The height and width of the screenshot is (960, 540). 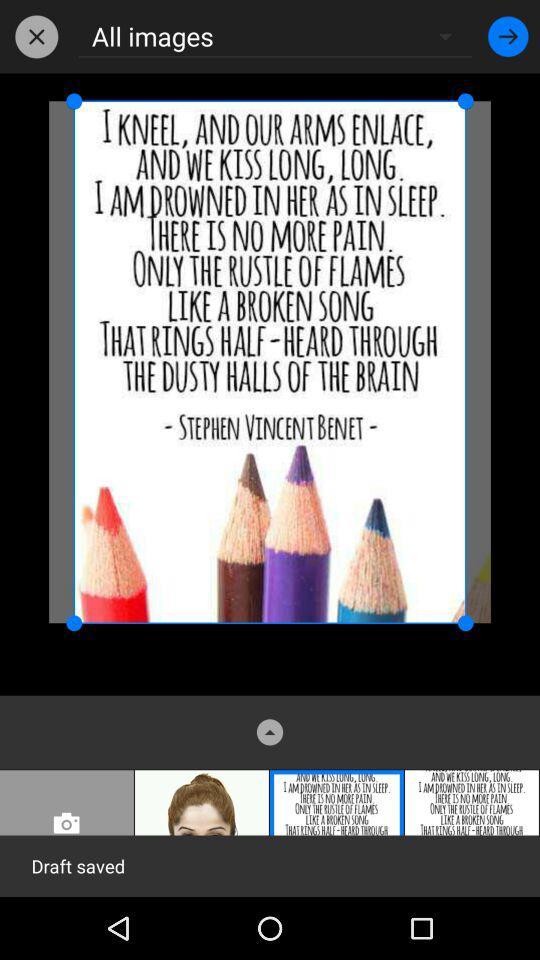 What do you see at coordinates (508, 35) in the screenshot?
I see `icon at the top right corner` at bounding box center [508, 35].